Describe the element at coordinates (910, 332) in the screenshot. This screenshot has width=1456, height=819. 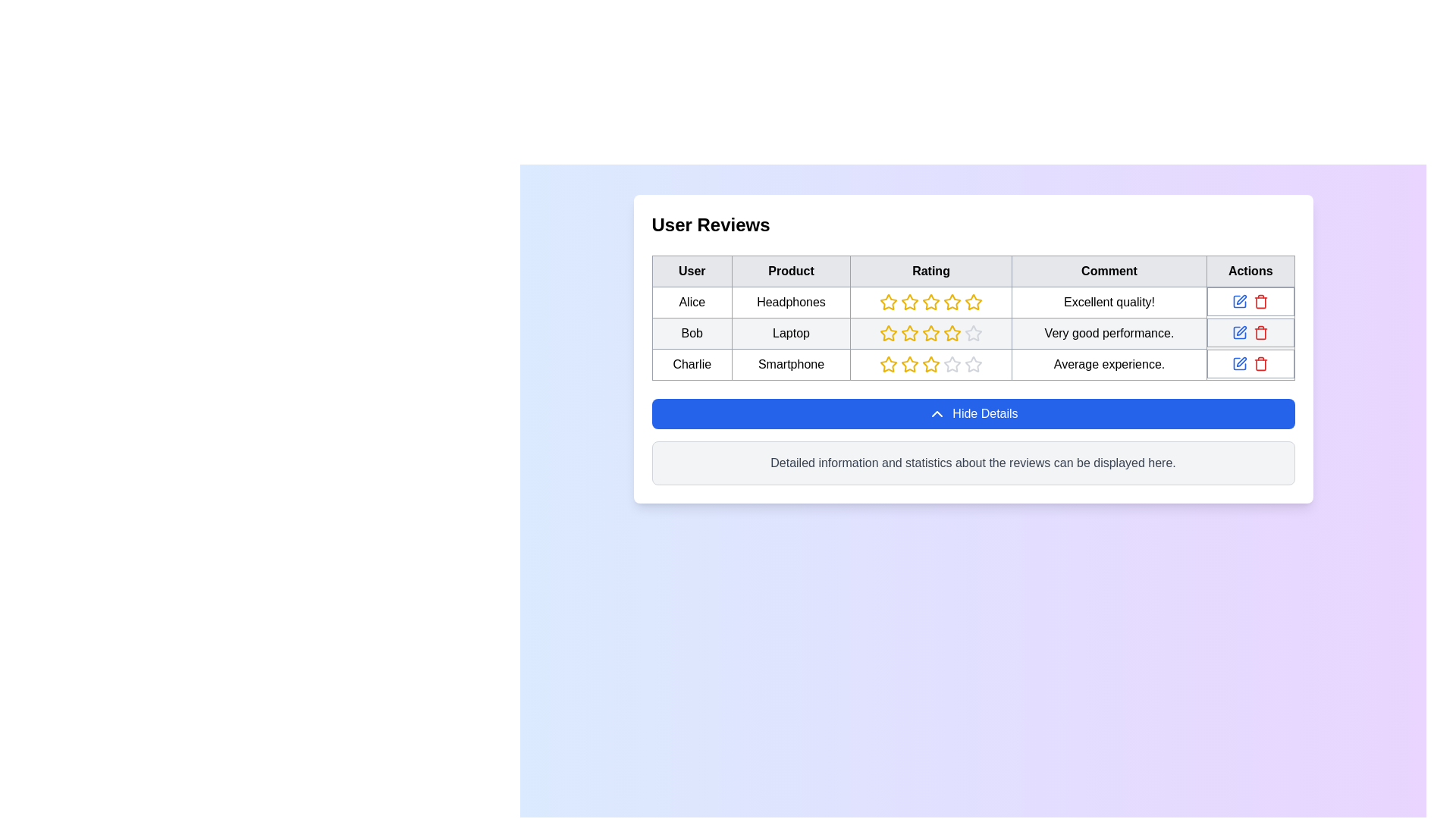
I see `the fourth star icon in the Rating column for the user review of 'Bob' regarding the 'Laptop' product to interact with the rating system` at that location.